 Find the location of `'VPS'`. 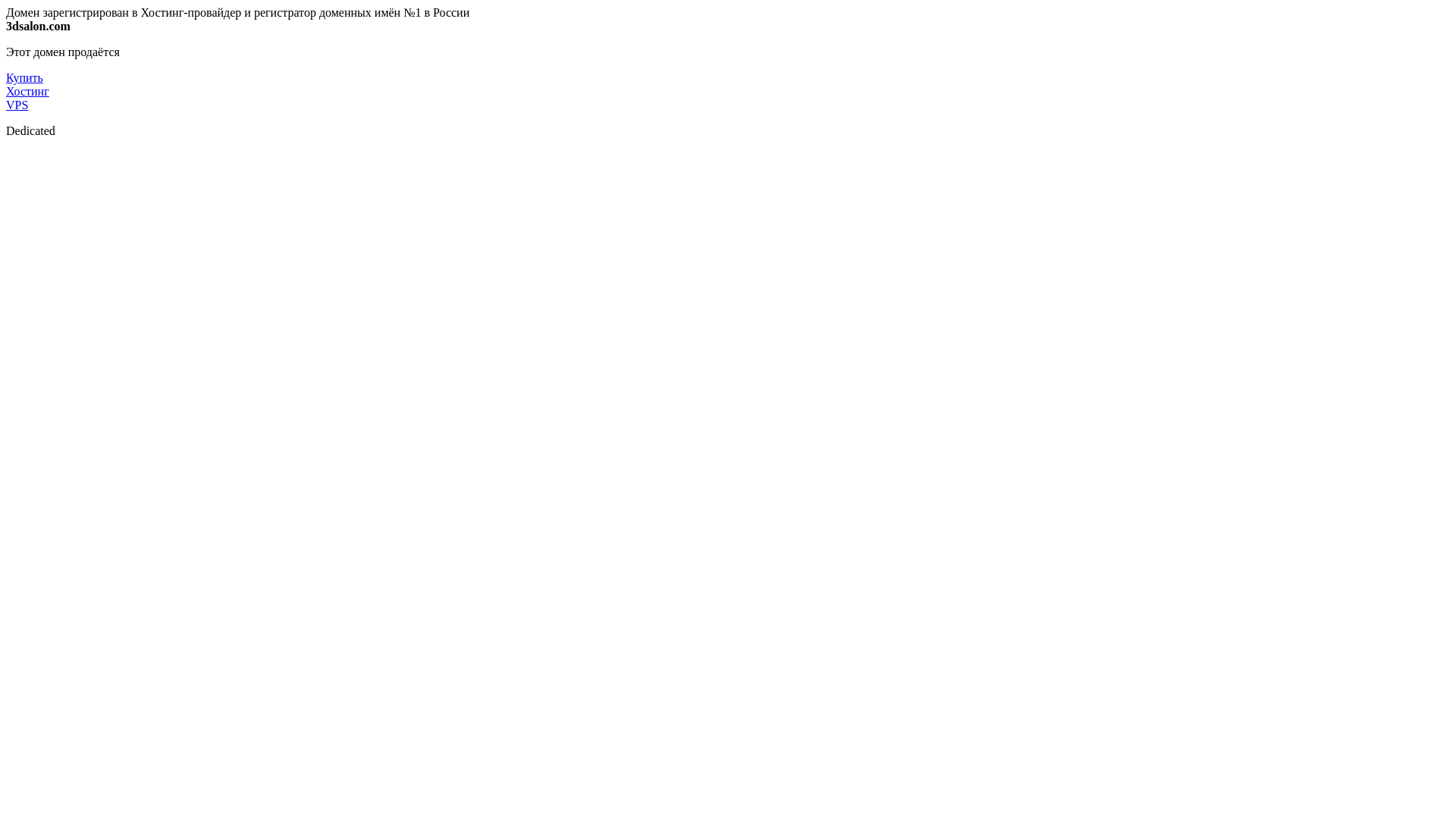

'VPS' is located at coordinates (17, 104).